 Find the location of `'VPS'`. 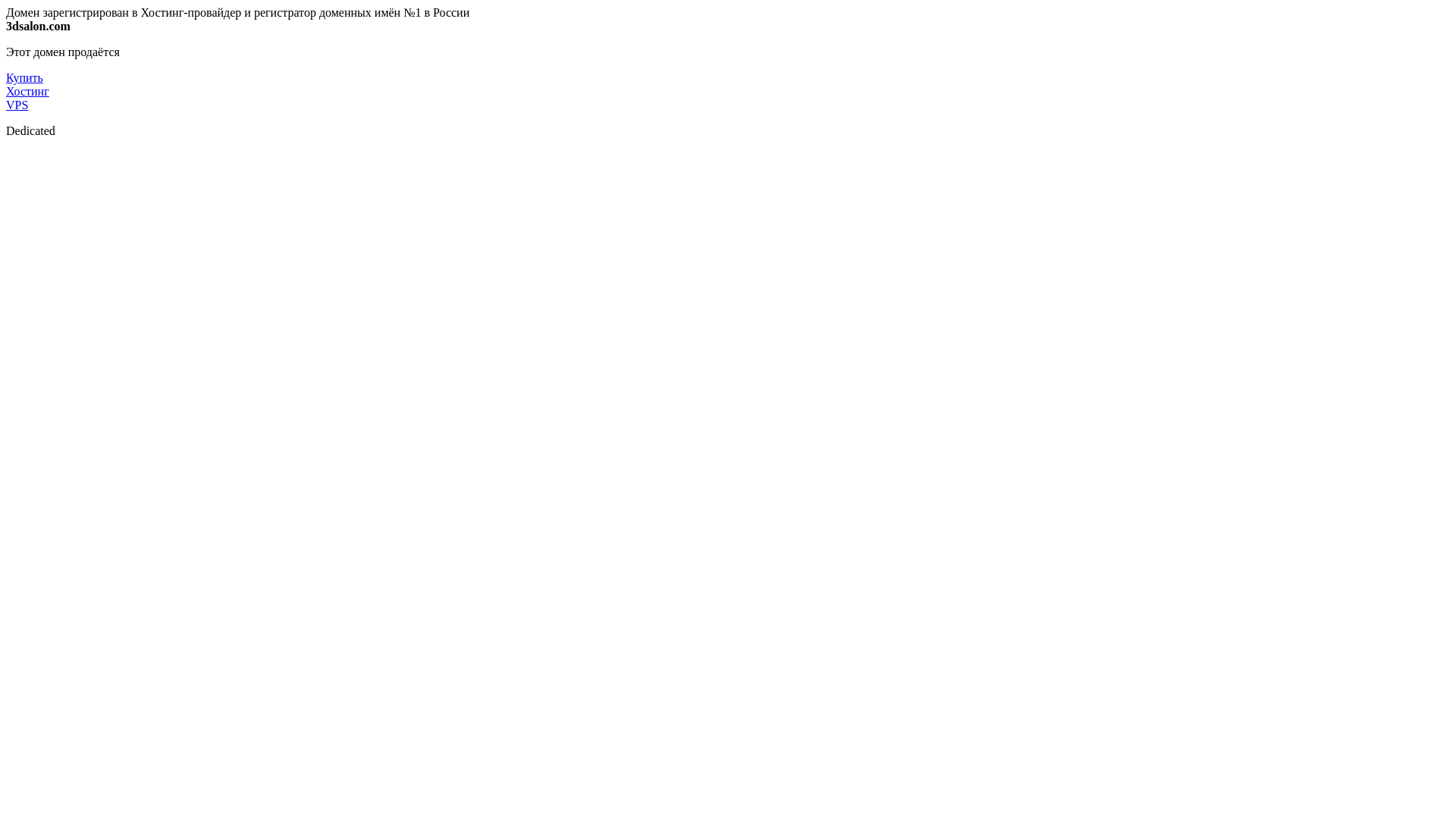

'VPS' is located at coordinates (17, 104).